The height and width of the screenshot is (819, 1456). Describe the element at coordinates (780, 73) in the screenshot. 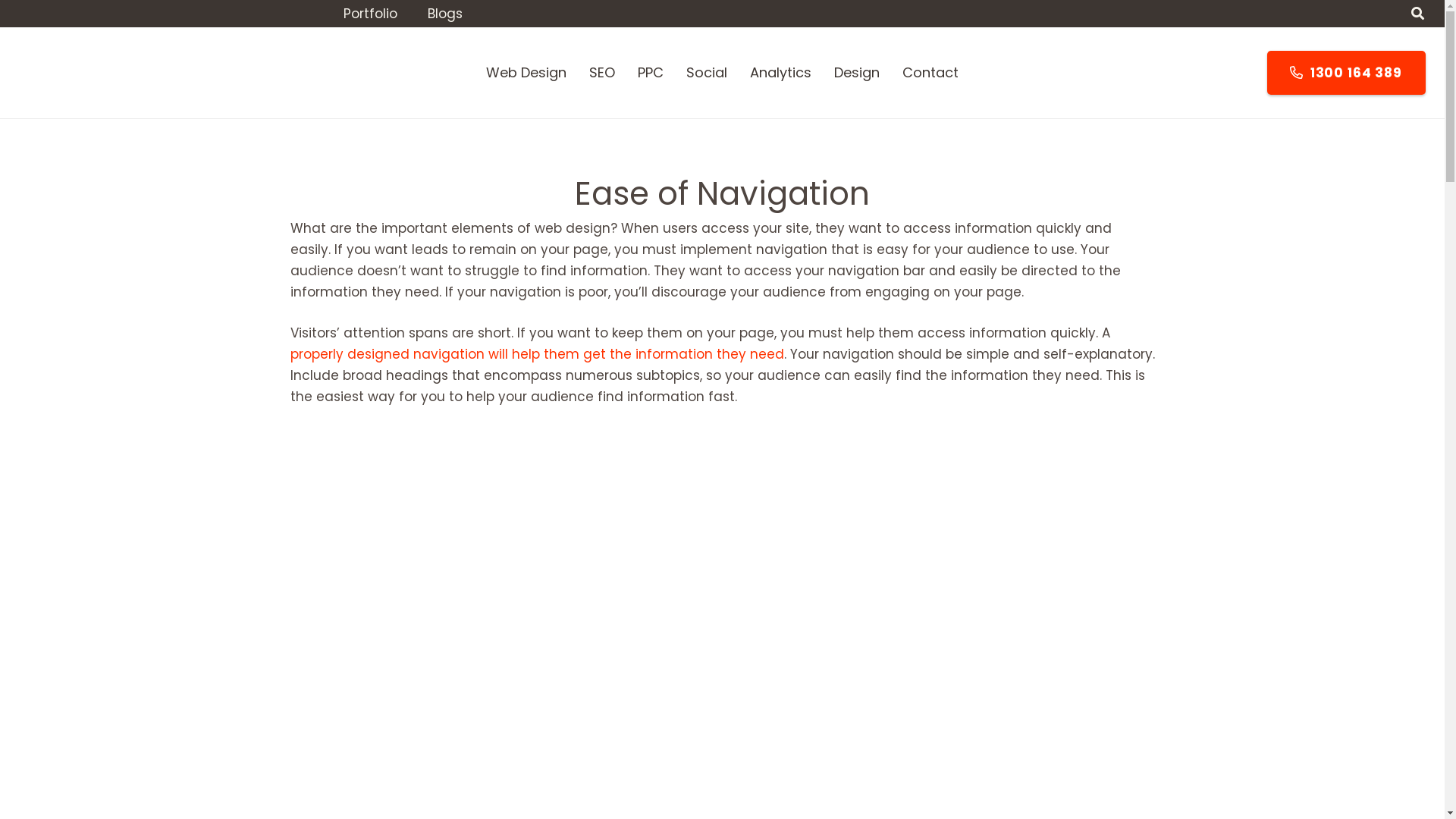

I see `'Analytics'` at that location.